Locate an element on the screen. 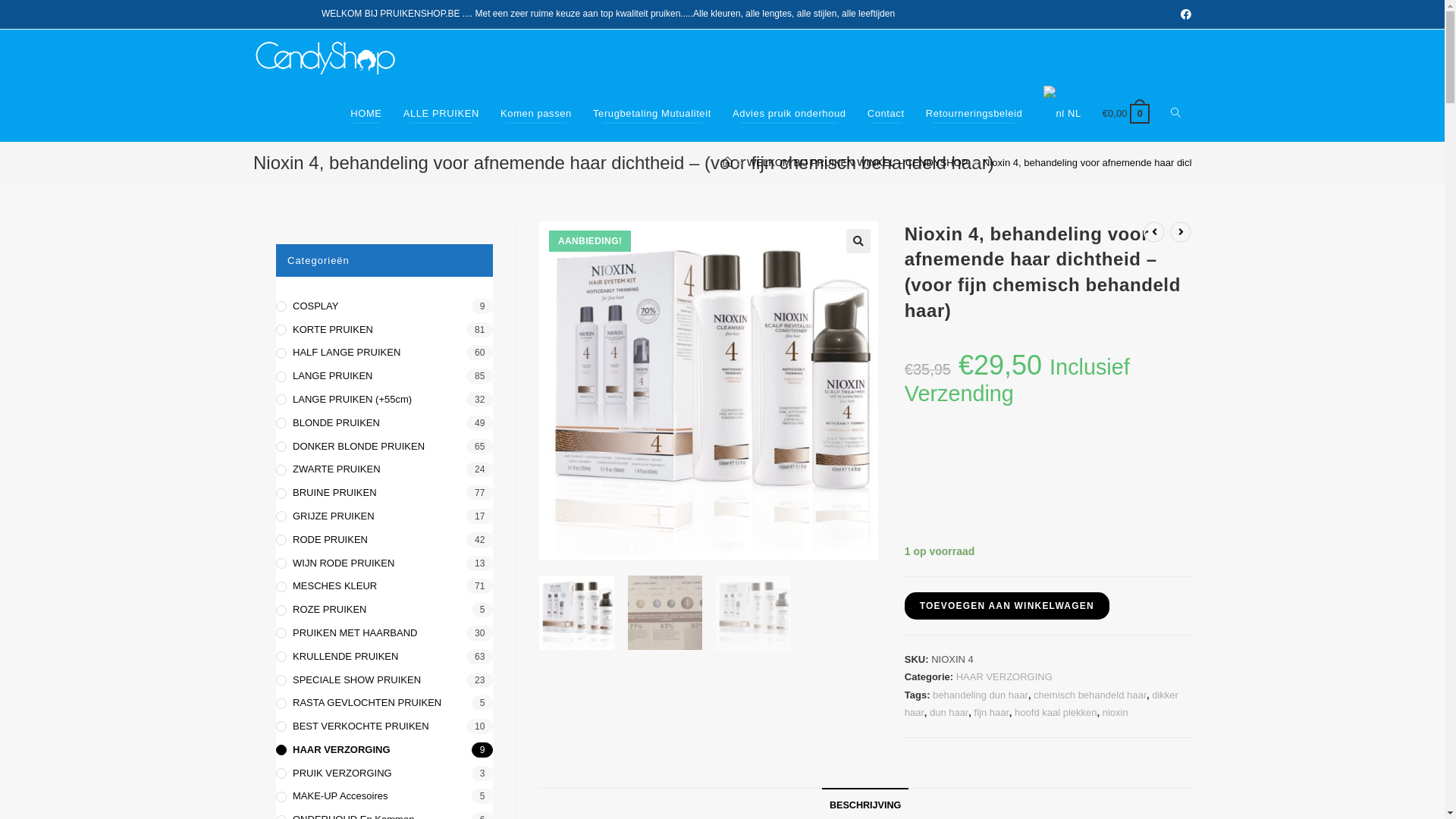 Image resolution: width=1456 pixels, height=819 pixels. 'GRIJZE PRUIKEN' is located at coordinates (384, 516).